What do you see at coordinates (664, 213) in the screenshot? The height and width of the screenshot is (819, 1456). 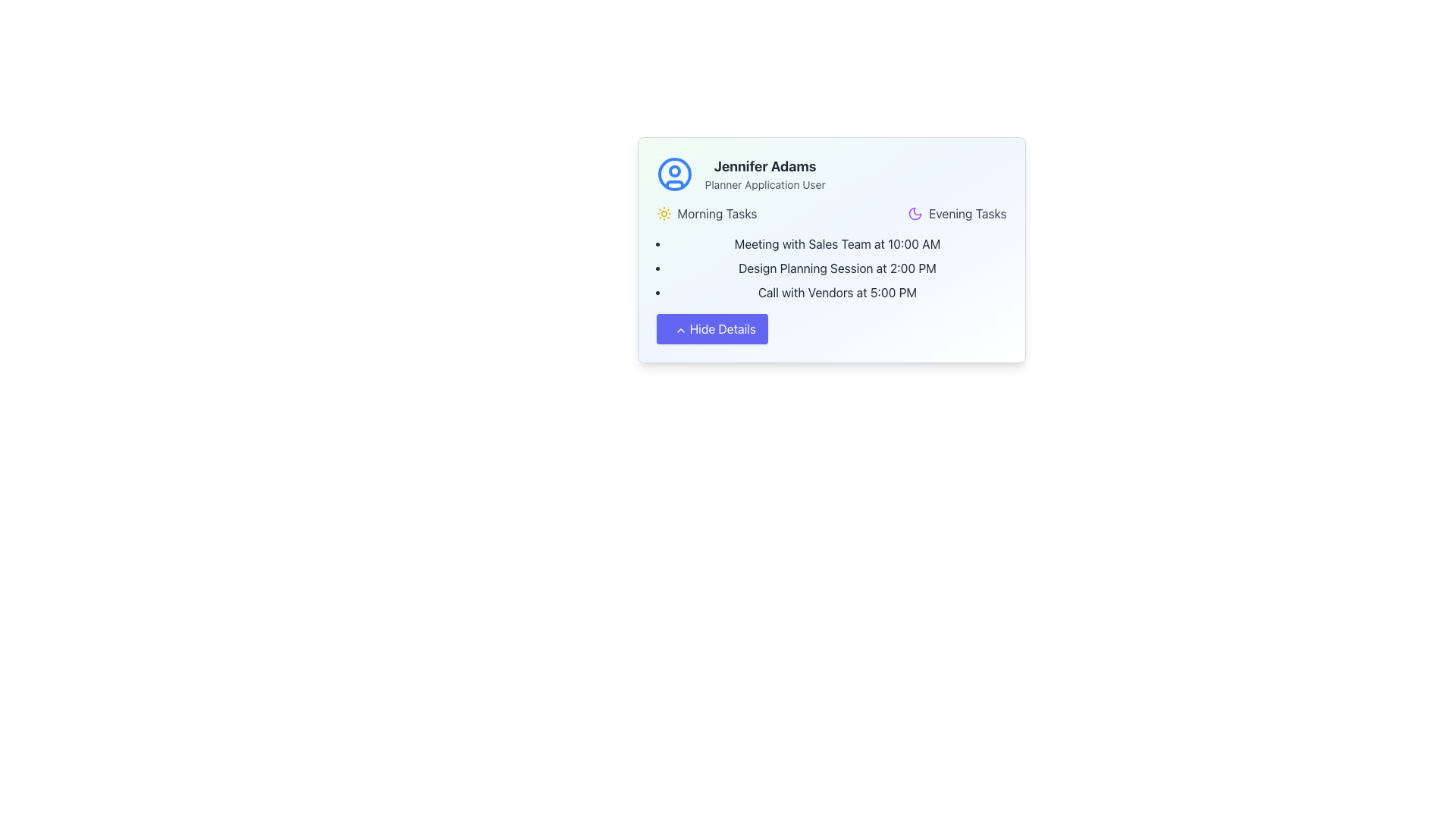 I see `the sun icon located in the 'Morning Tasks' header area, which is the first visual component to the left of the 'Morning Tasks' text` at bounding box center [664, 213].